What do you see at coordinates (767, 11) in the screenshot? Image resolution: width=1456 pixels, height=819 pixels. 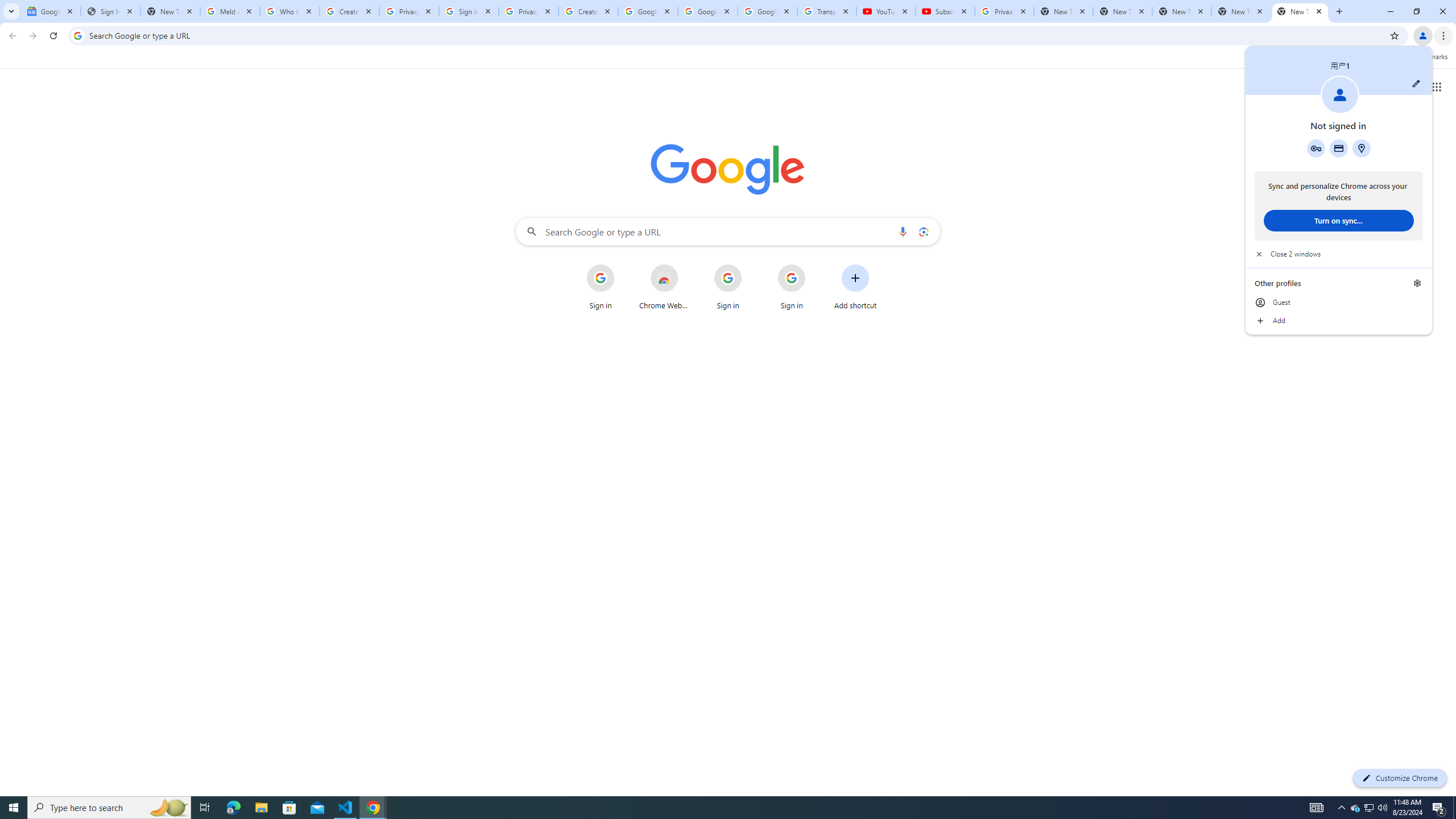 I see `'Google Account'` at bounding box center [767, 11].